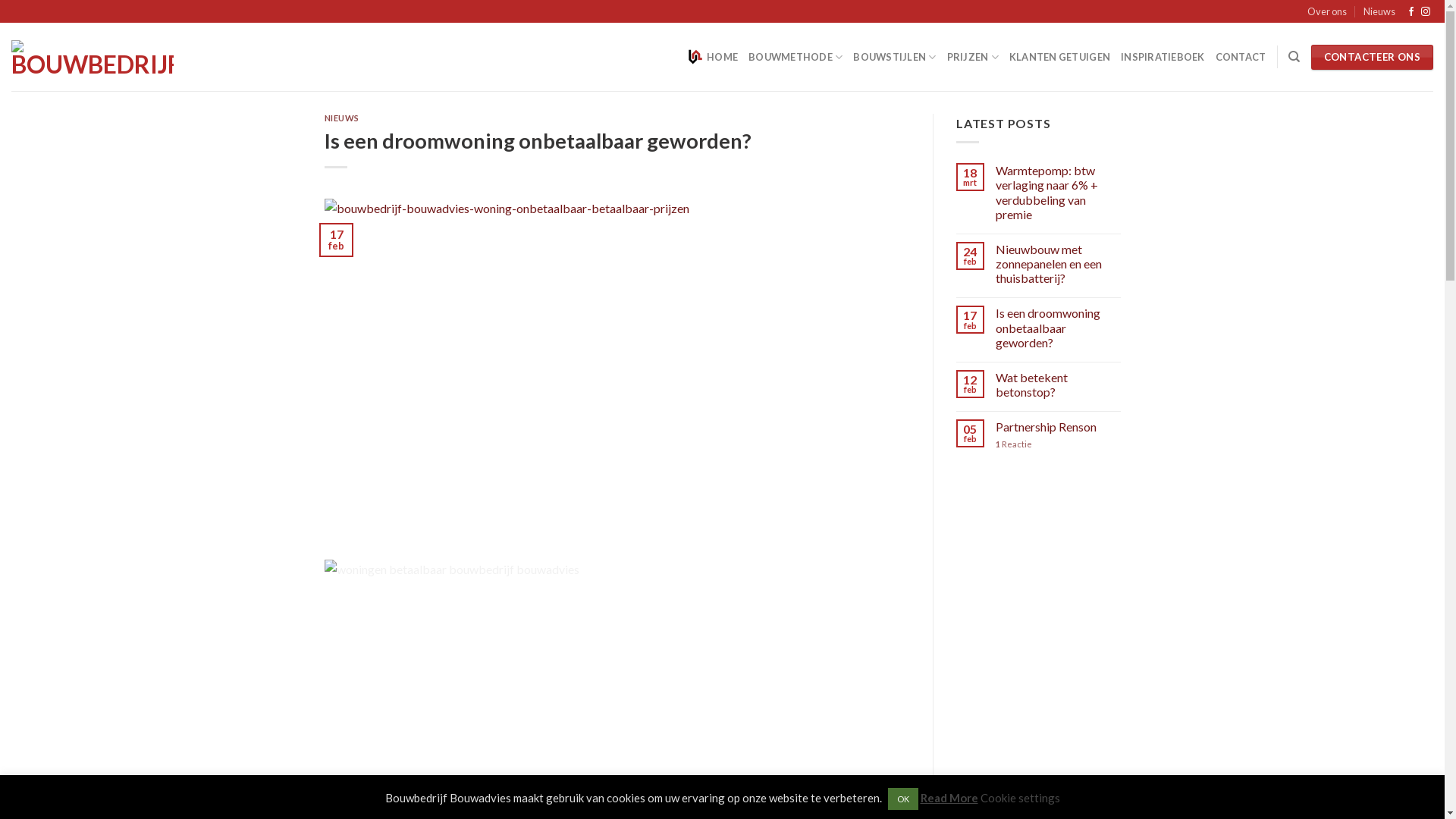  What do you see at coordinates (712, 55) in the screenshot?
I see `'HOME'` at bounding box center [712, 55].